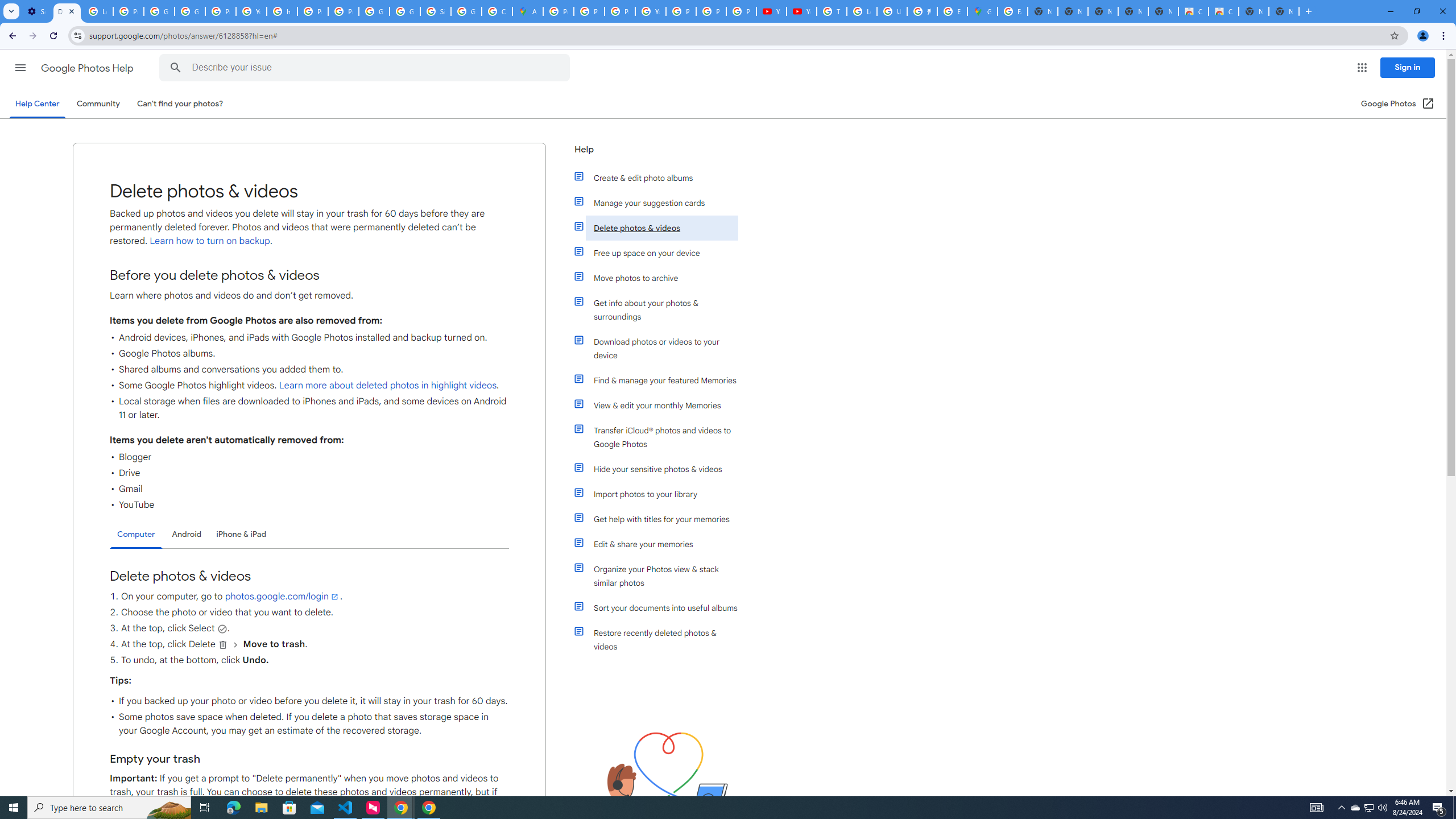 The height and width of the screenshot is (819, 1456). Describe the element at coordinates (19, 67) in the screenshot. I see `'Main menu'` at that location.